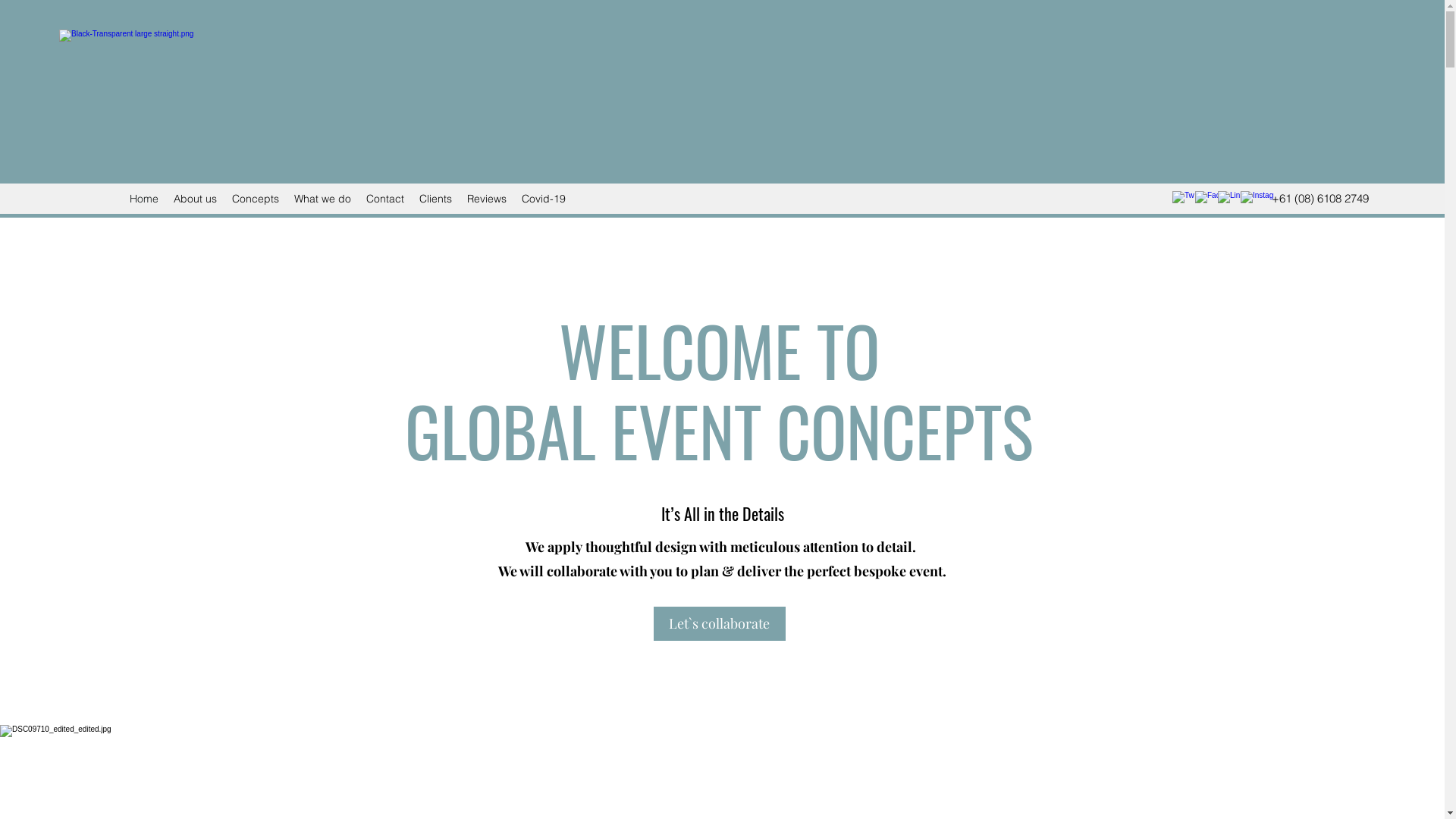  What do you see at coordinates (194, 198) in the screenshot?
I see `'About us'` at bounding box center [194, 198].